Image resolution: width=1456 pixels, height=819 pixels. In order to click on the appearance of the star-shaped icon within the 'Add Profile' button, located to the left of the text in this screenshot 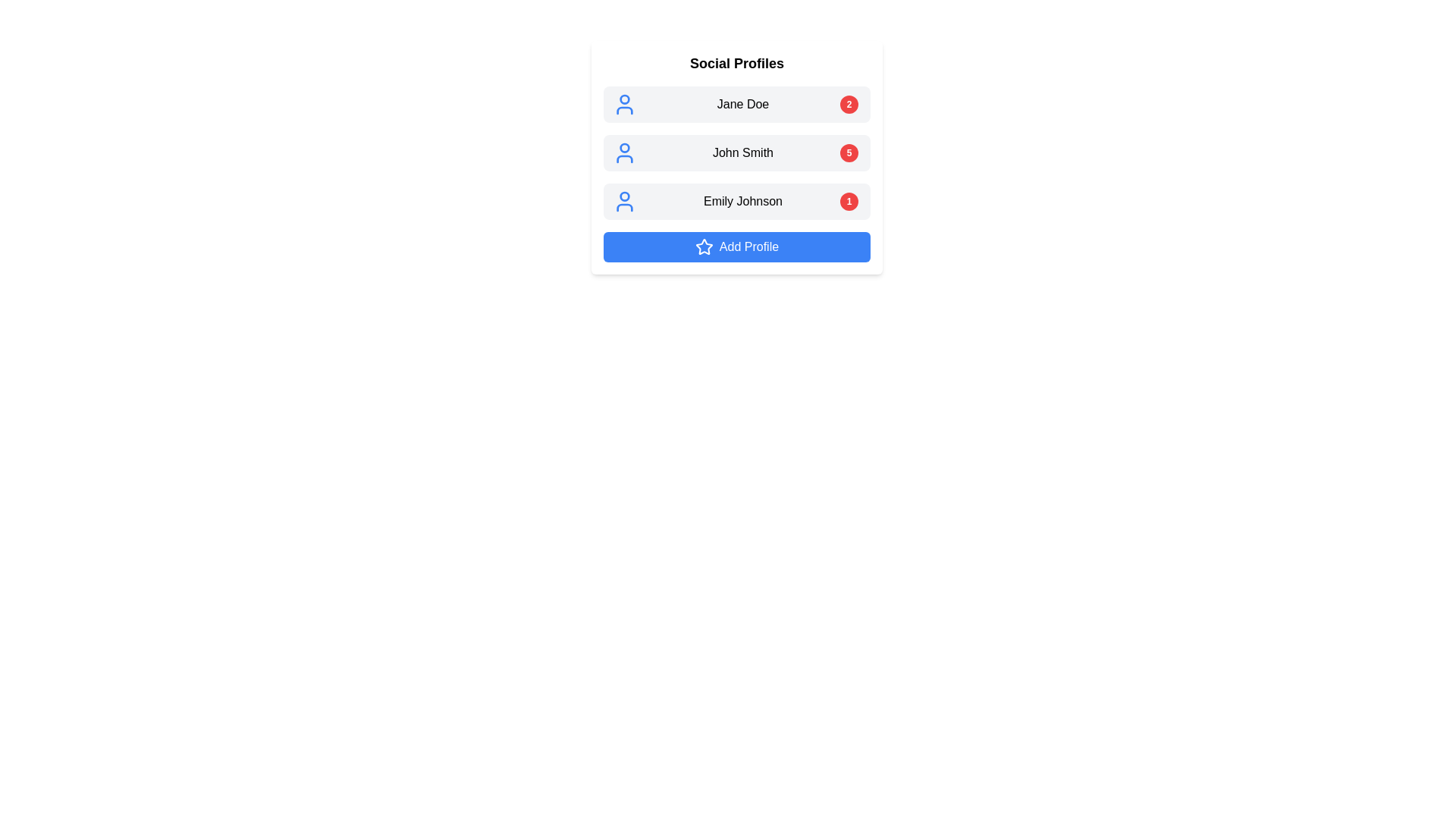, I will do `click(703, 246)`.